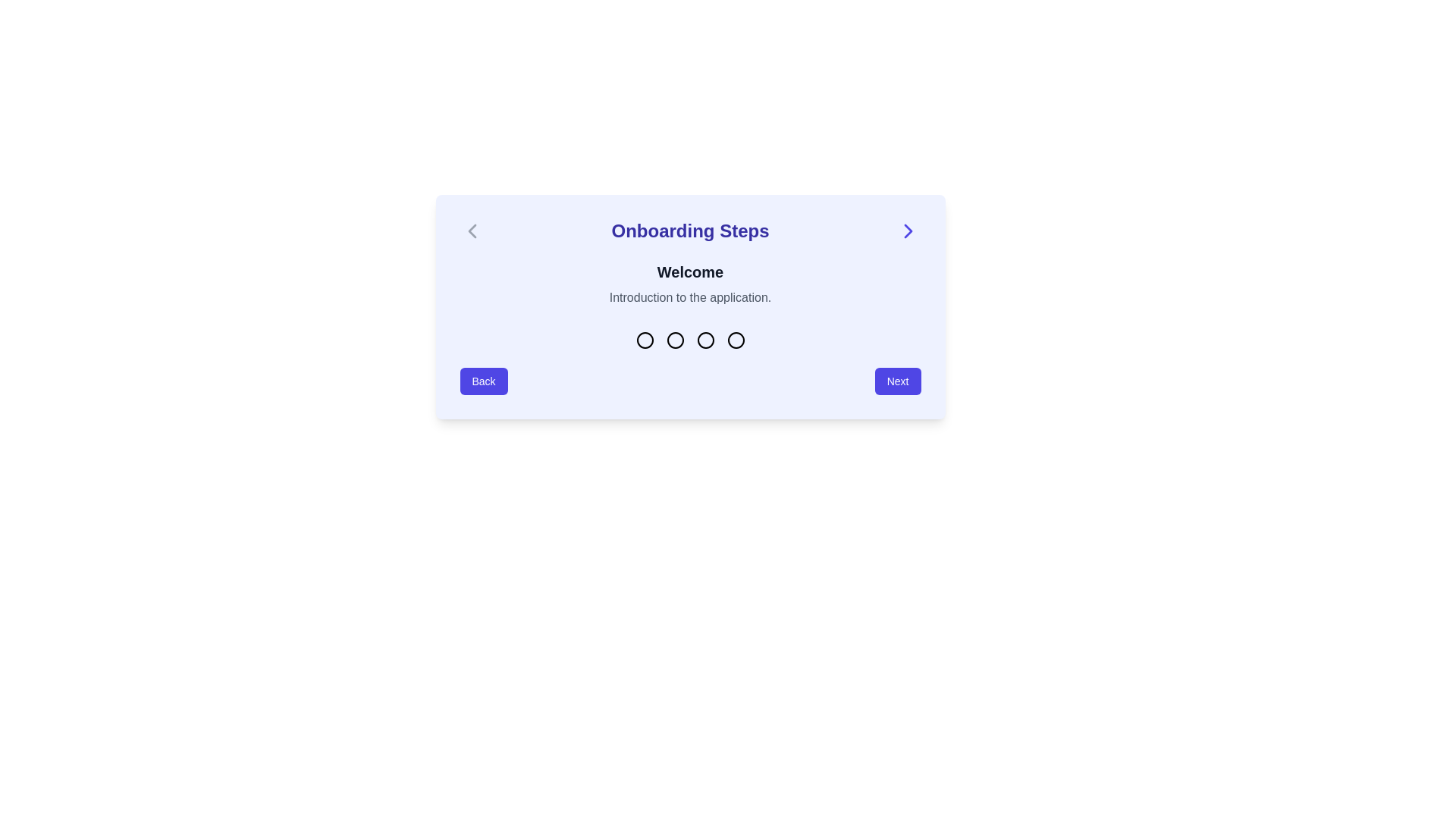 The image size is (1456, 819). I want to click on the left-pointing chevron icon located in the upper-left section of the panel, immediately to the left of the title 'Onboarding Steps.', so click(471, 231).